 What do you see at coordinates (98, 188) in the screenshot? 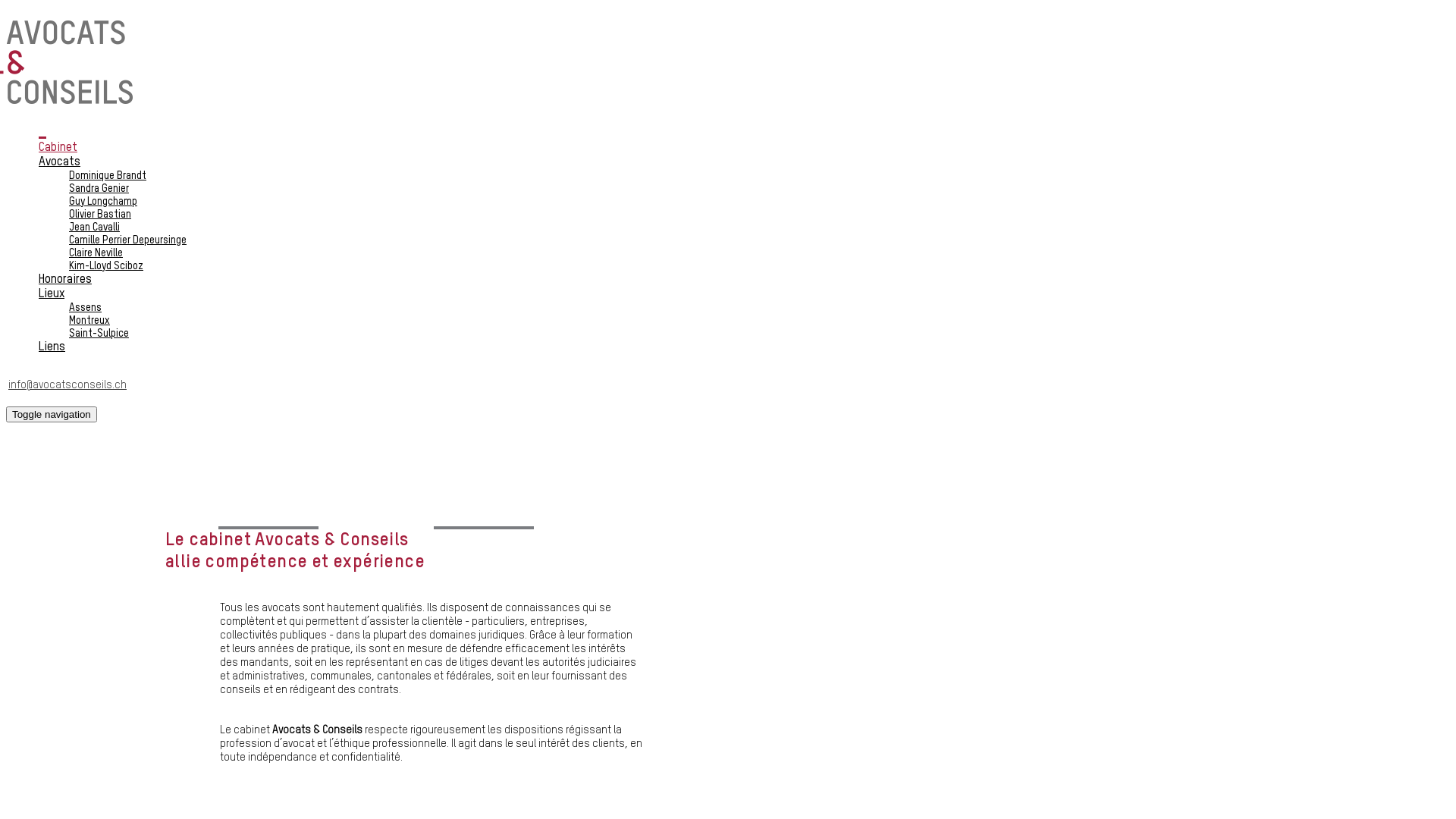
I see `'Sandra Genier'` at bounding box center [98, 188].